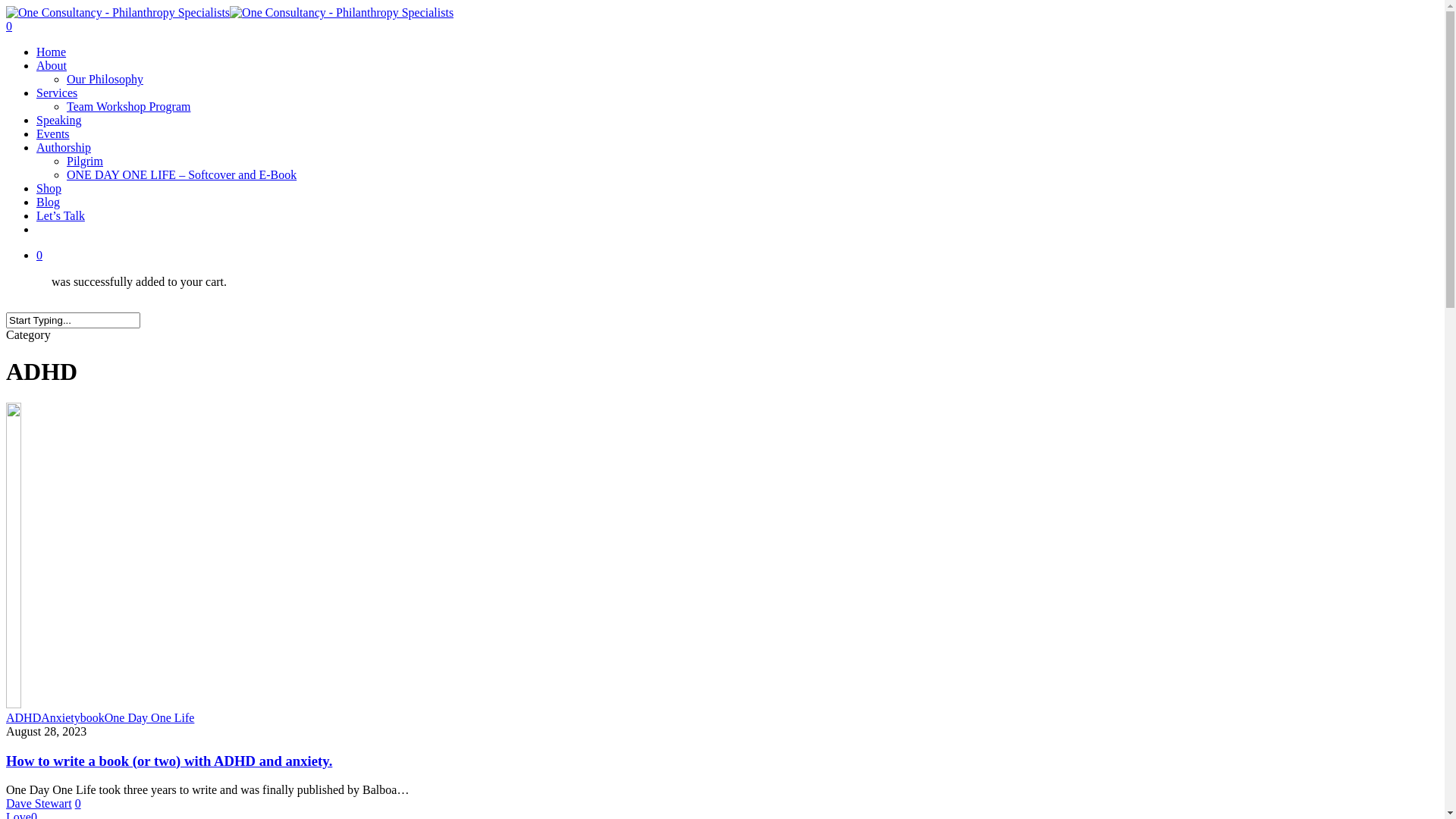 The image size is (1456, 819). Describe the element at coordinates (49, 187) in the screenshot. I see `'Shop'` at that location.